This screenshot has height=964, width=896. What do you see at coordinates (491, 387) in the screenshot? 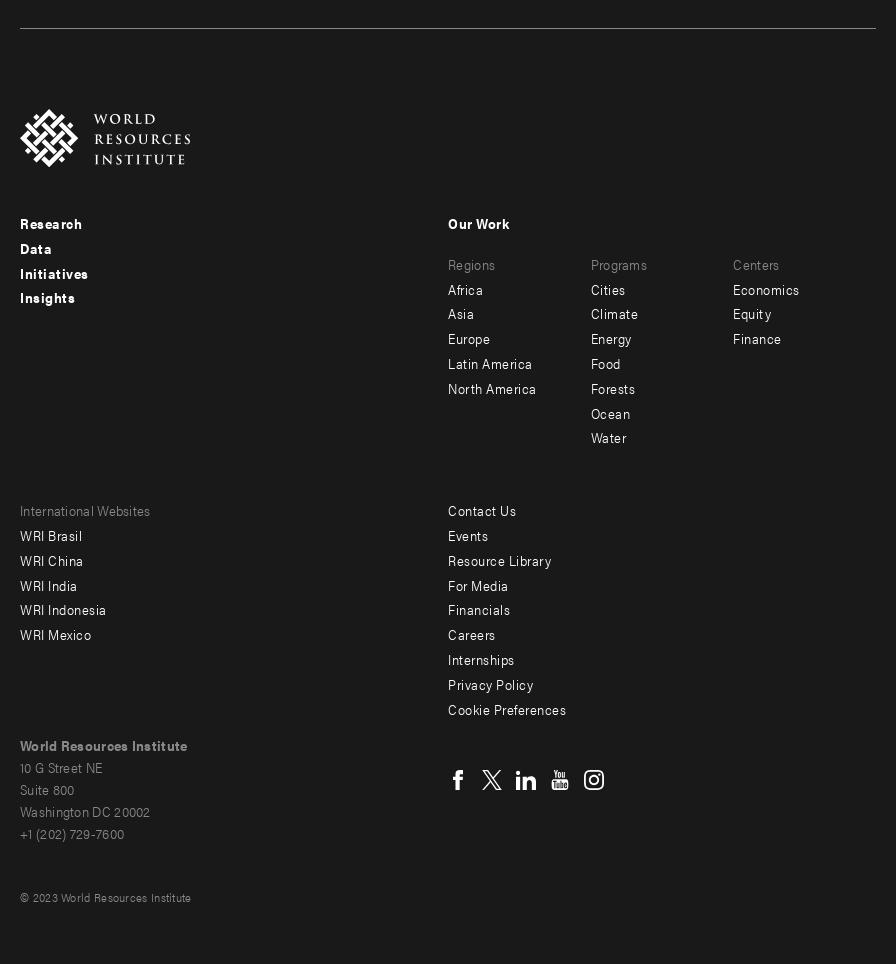
I see `'North America'` at bounding box center [491, 387].